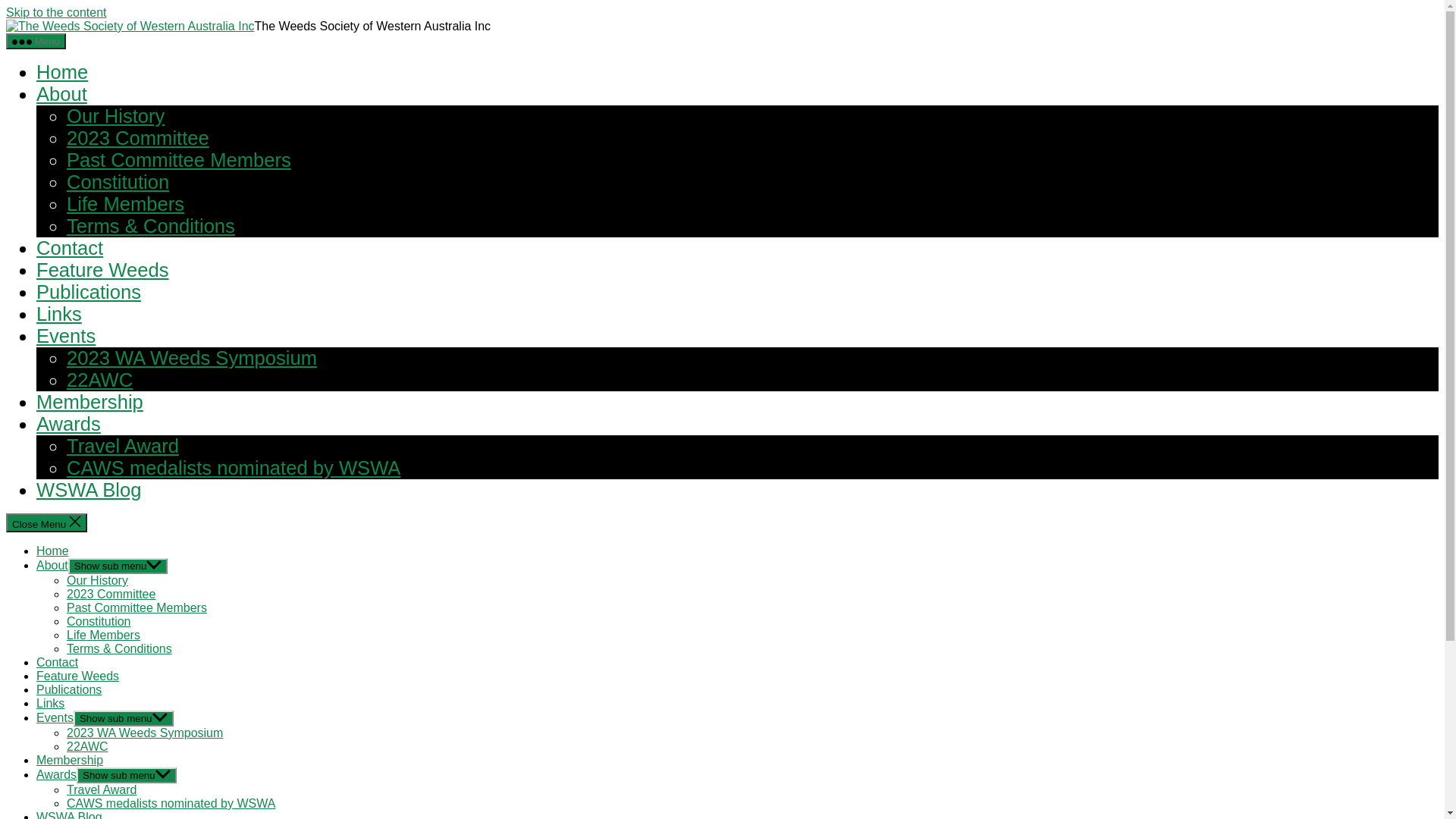  I want to click on 'Constitution', so click(65, 180).